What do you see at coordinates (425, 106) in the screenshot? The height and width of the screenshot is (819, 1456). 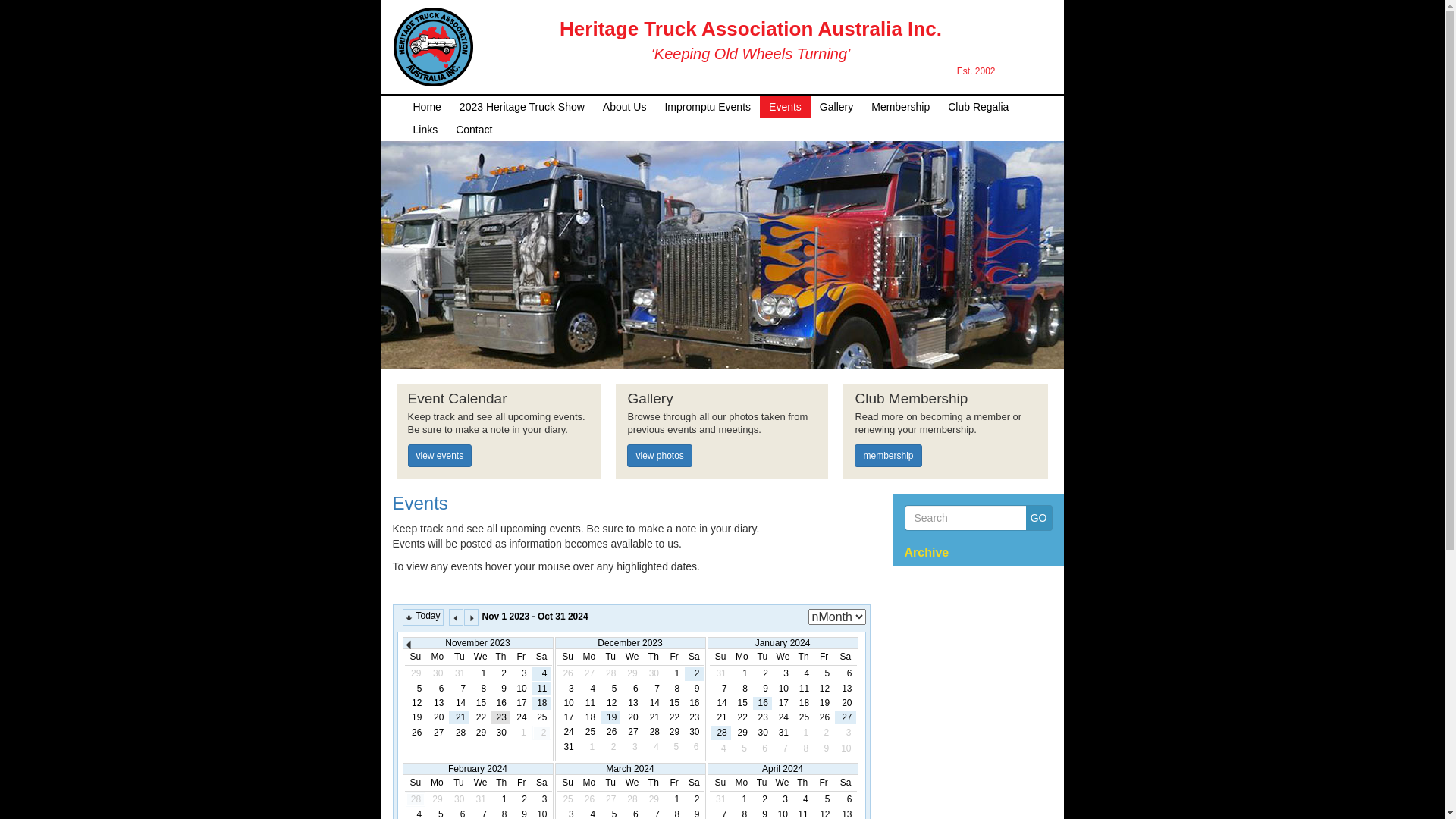 I see `'Home'` at bounding box center [425, 106].